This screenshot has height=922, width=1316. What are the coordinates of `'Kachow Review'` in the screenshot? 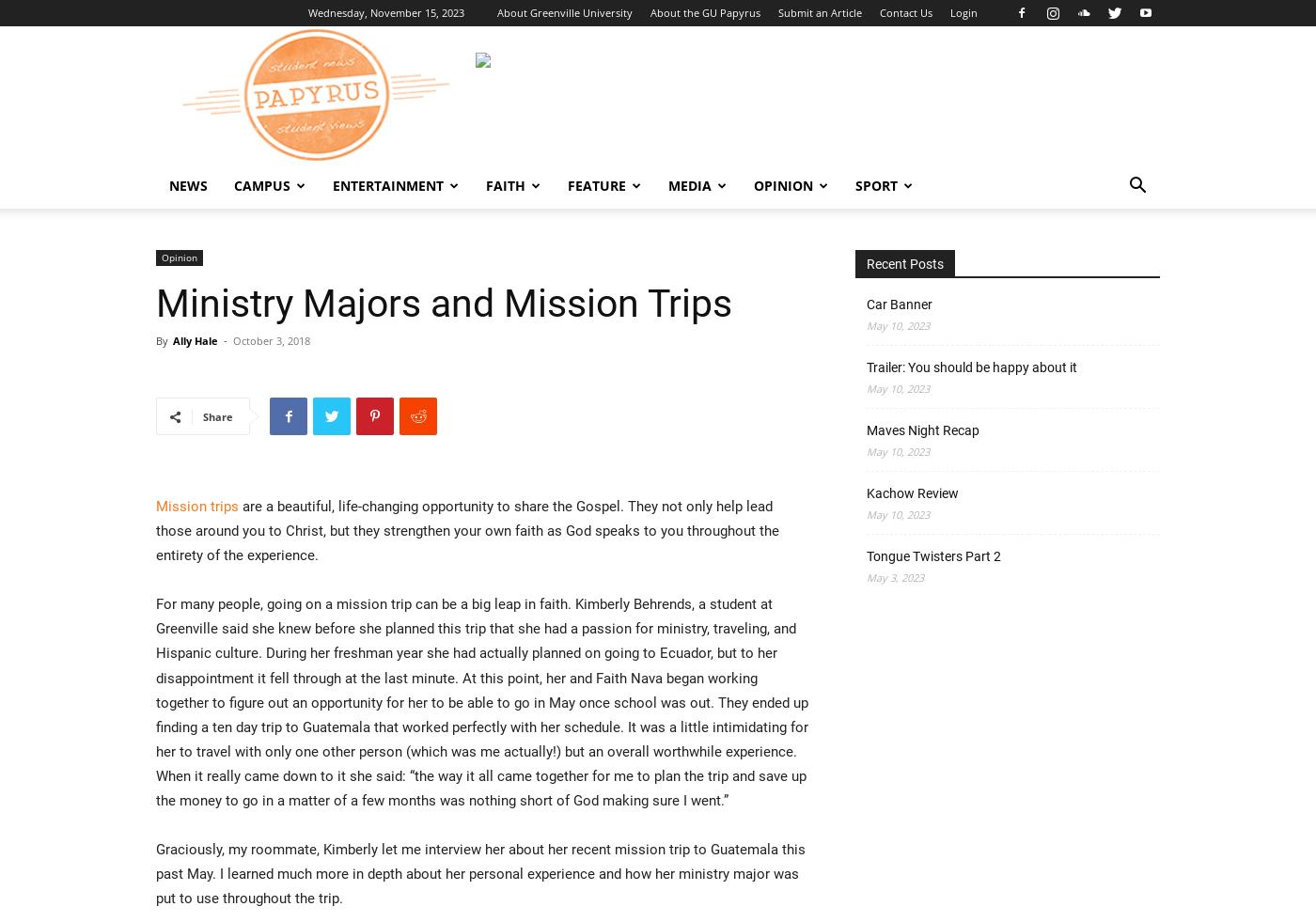 It's located at (913, 493).